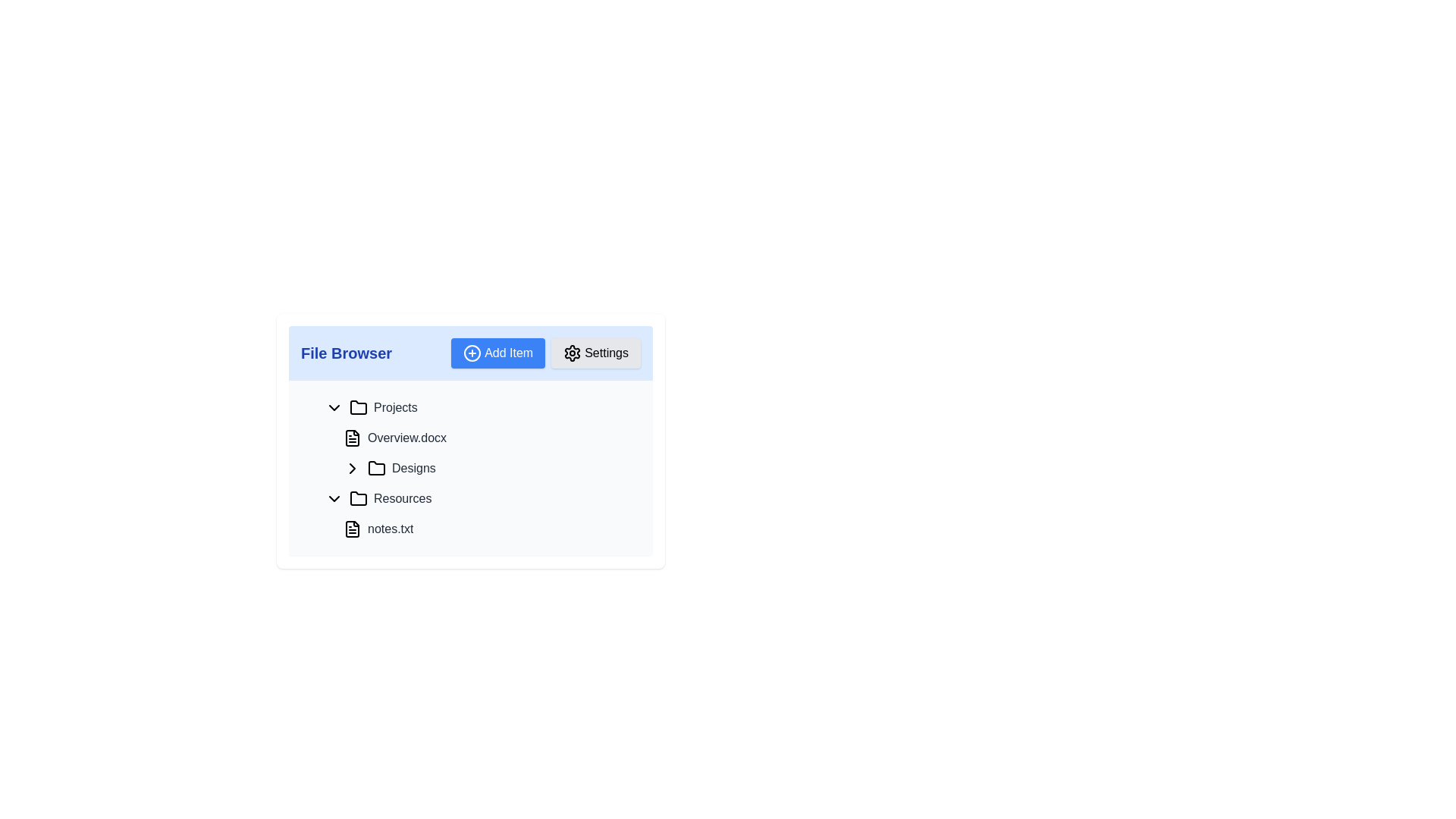 This screenshot has width=1456, height=819. I want to click on to select the 'notes.txt' file located below the 'Resources' folder in the file browser, so click(479, 529).